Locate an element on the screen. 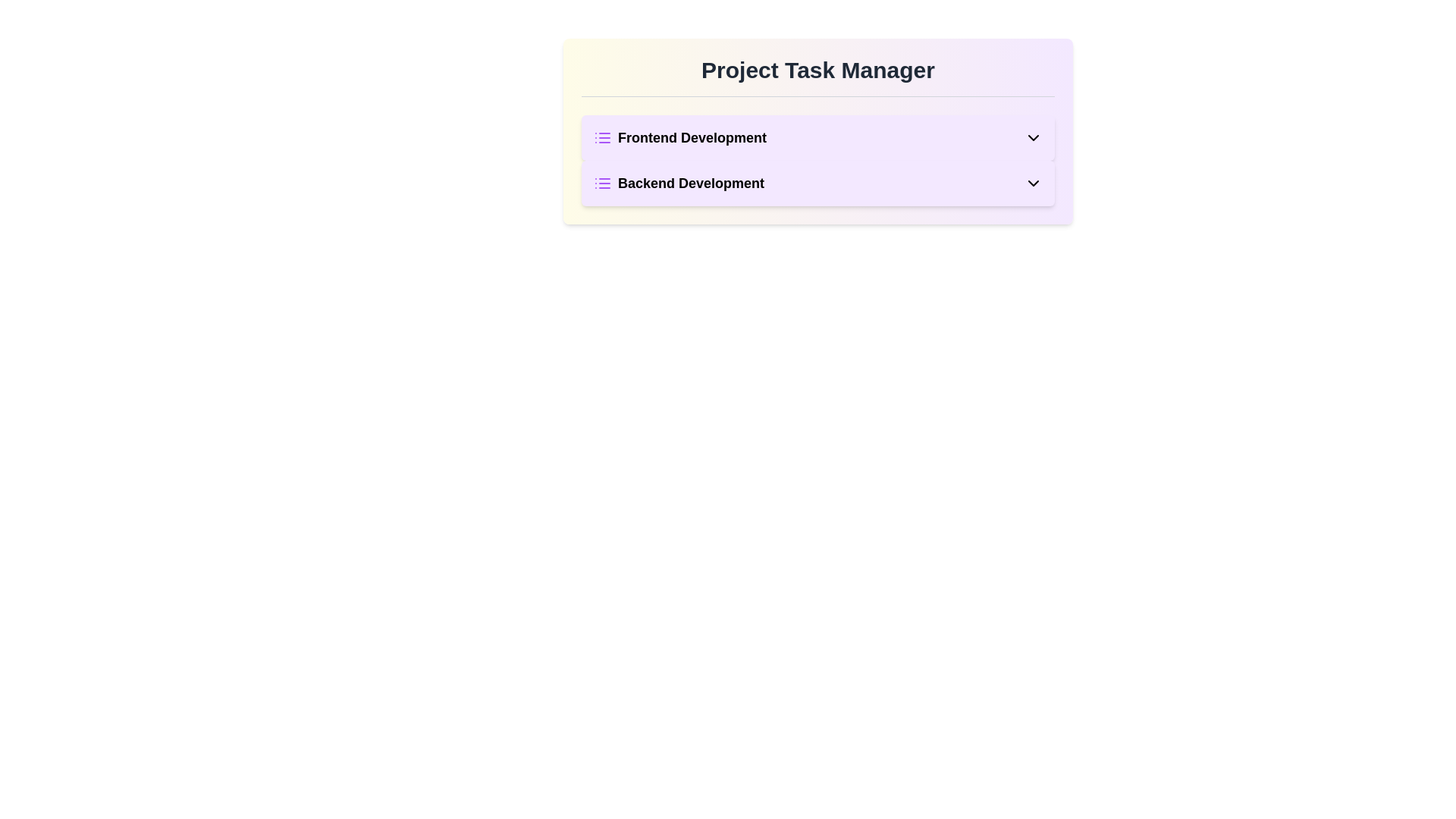  the header text 'Project Task Manager' by clicking on its center is located at coordinates (817, 77).